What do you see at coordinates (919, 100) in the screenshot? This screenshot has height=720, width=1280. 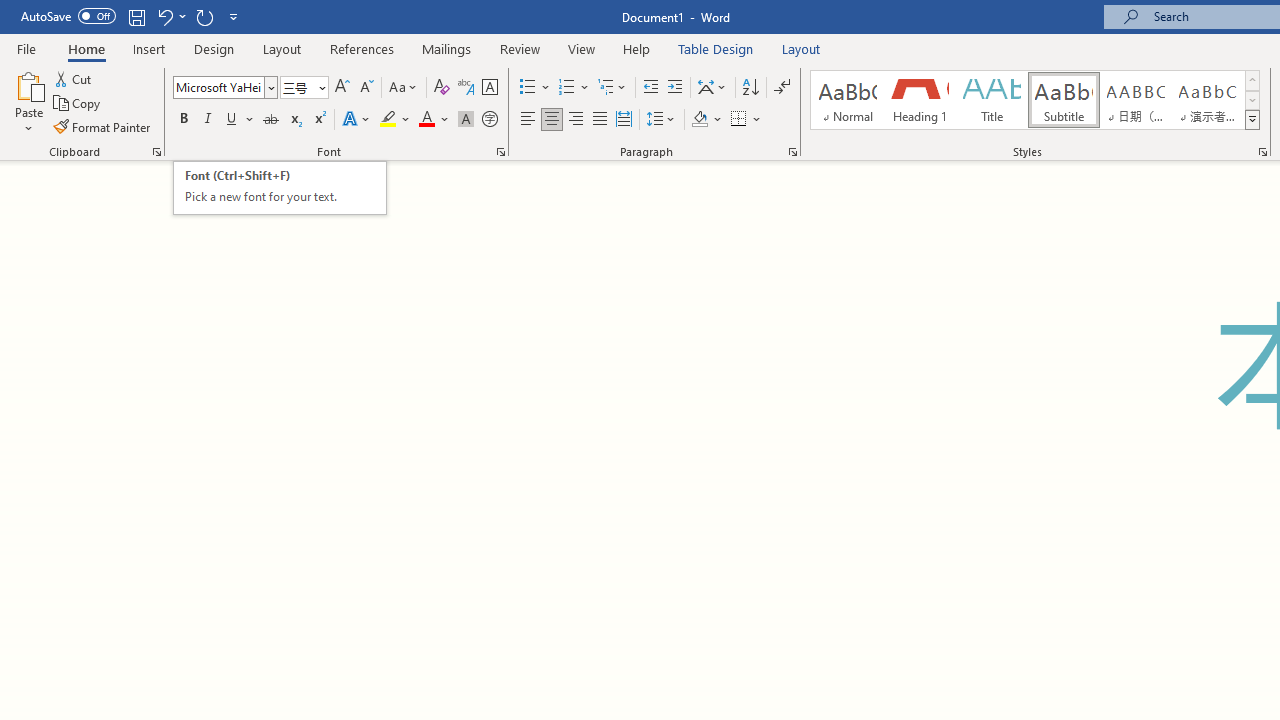 I see `'Heading 1'` at bounding box center [919, 100].